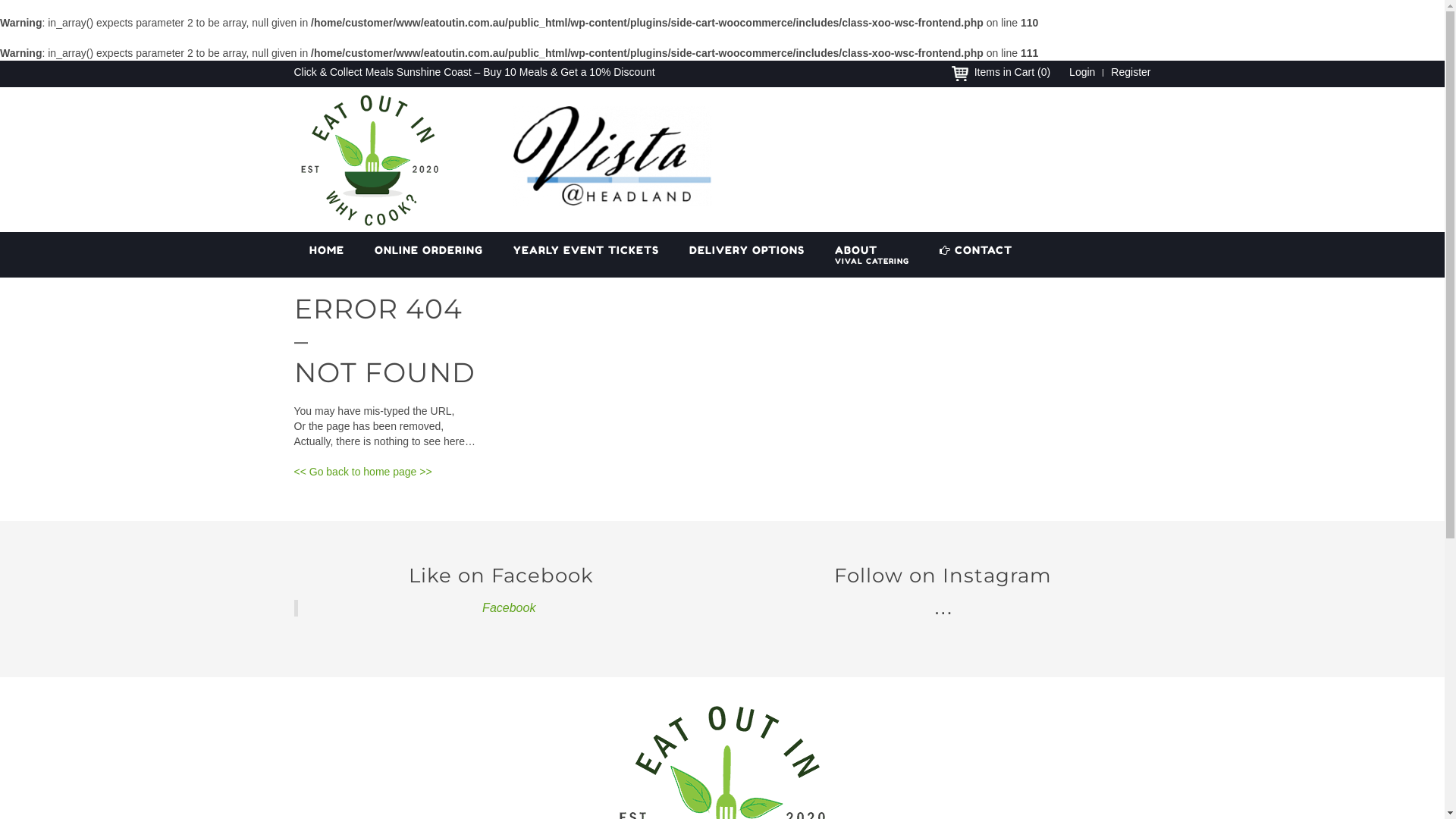 This screenshot has height=819, width=1456. I want to click on 'HOME', so click(326, 253).